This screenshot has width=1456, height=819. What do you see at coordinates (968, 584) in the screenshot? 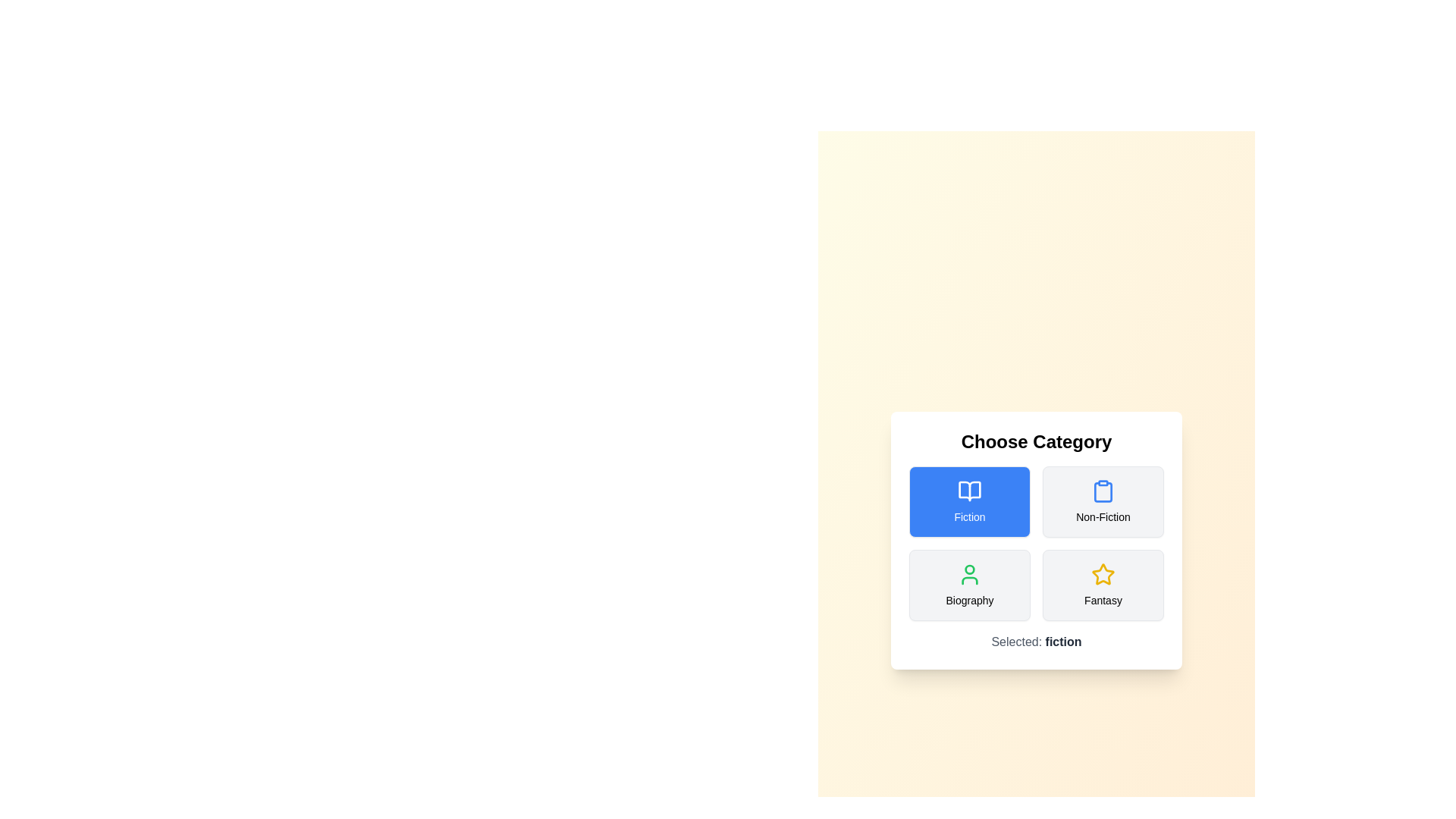
I see `the category Biography by clicking its button` at bounding box center [968, 584].